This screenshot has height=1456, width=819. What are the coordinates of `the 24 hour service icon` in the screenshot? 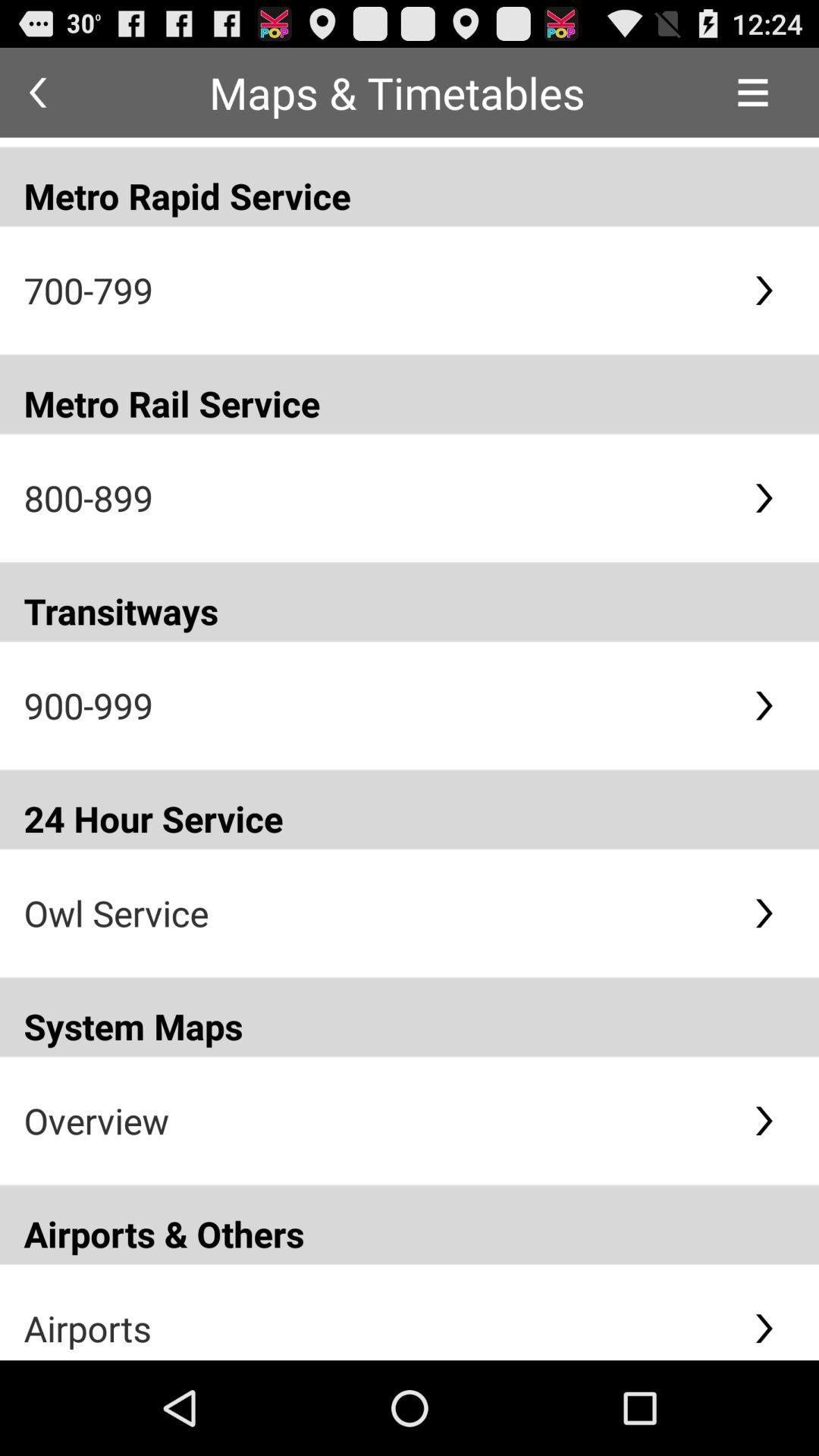 It's located at (409, 808).